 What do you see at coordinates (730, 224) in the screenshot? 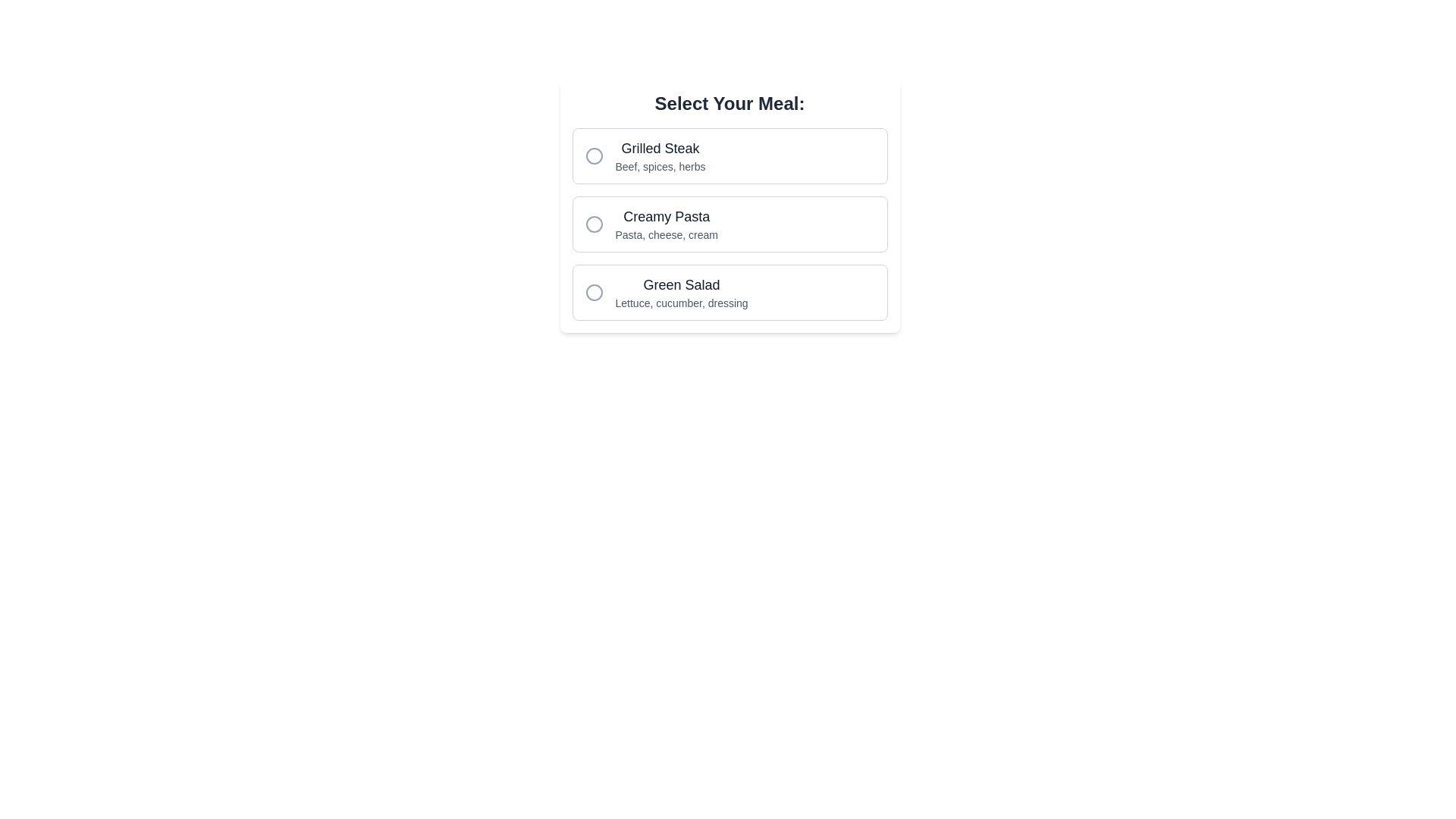
I see `to select one of the meal options from the List of Radio Button Items titled 'Select Your Meal:' which includes 'Grilled Steak,' 'Creamy Pasta,' and 'Green Salad.'` at bounding box center [730, 224].